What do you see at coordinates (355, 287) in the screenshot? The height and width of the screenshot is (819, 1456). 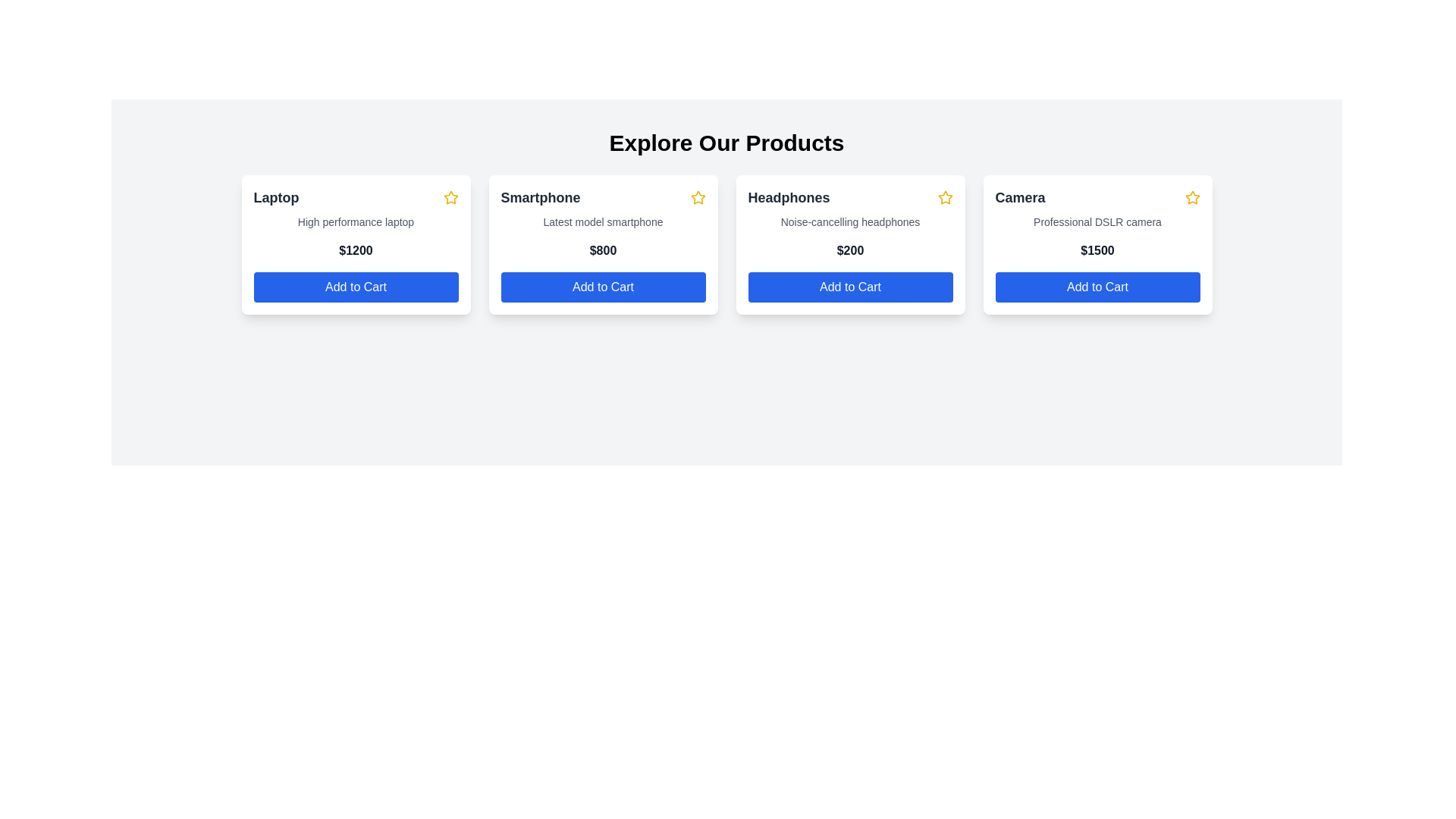 I see `the 'Add to Cart' button located at the bottom of the 'Laptop' product card, which is the first card in the row` at bounding box center [355, 287].